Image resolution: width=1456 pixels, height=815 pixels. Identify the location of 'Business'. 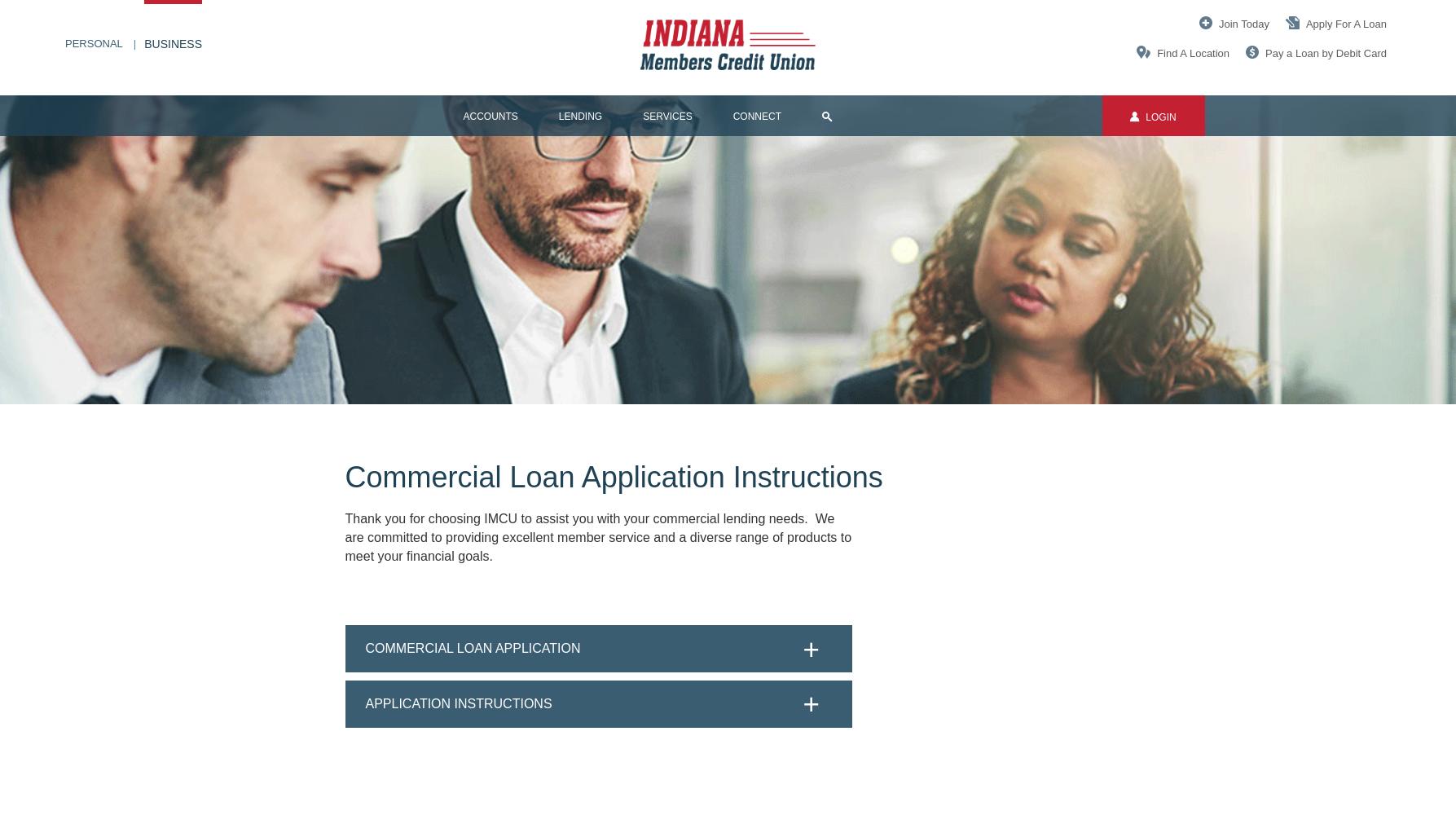
(172, 44).